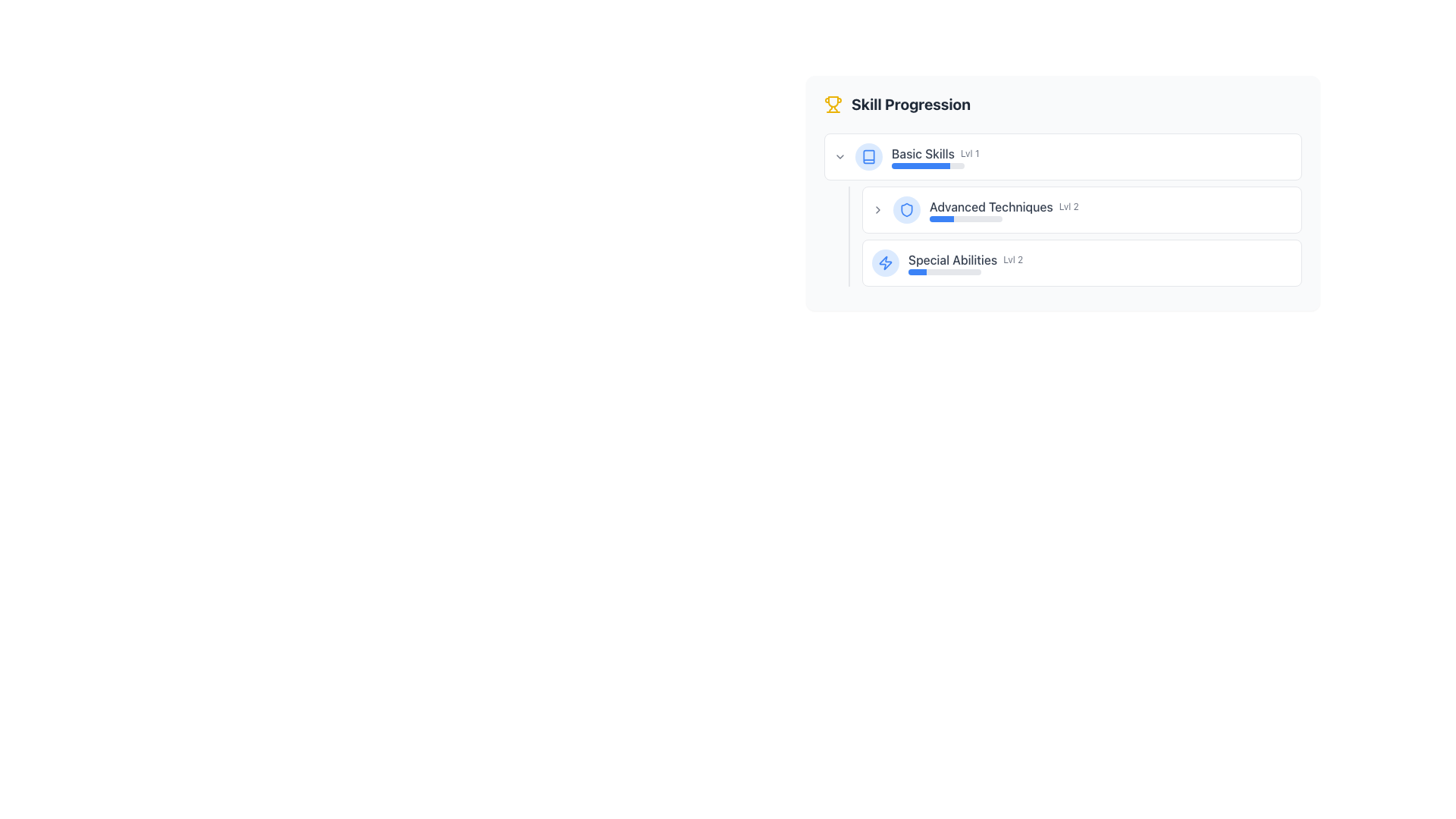 This screenshot has height=819, width=1456. What do you see at coordinates (833, 104) in the screenshot?
I see `the achievement icon located to the left of the 'Skill Progression' section title` at bounding box center [833, 104].